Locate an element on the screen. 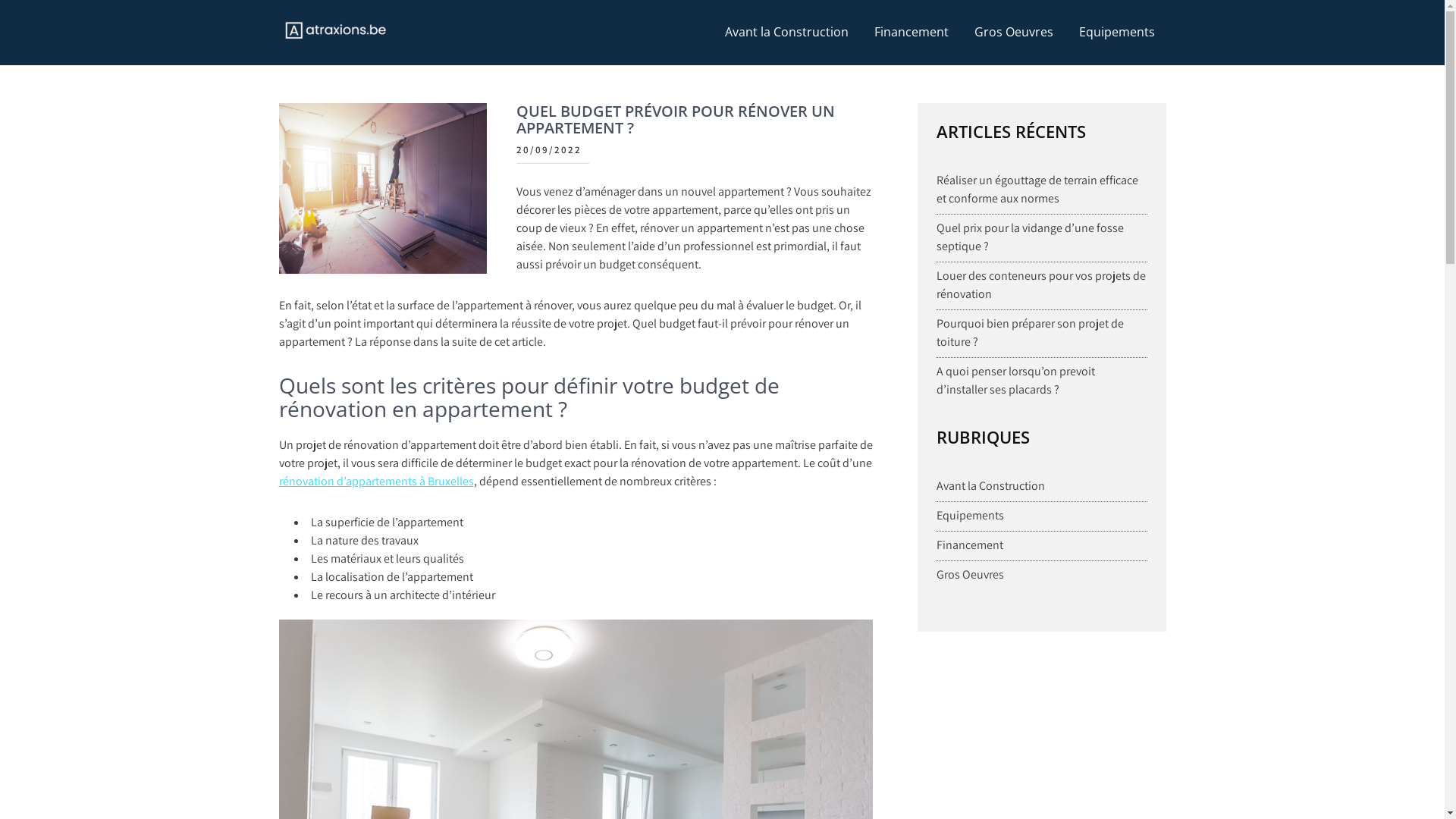  'Gros Oeuvres' is located at coordinates (1014, 32).